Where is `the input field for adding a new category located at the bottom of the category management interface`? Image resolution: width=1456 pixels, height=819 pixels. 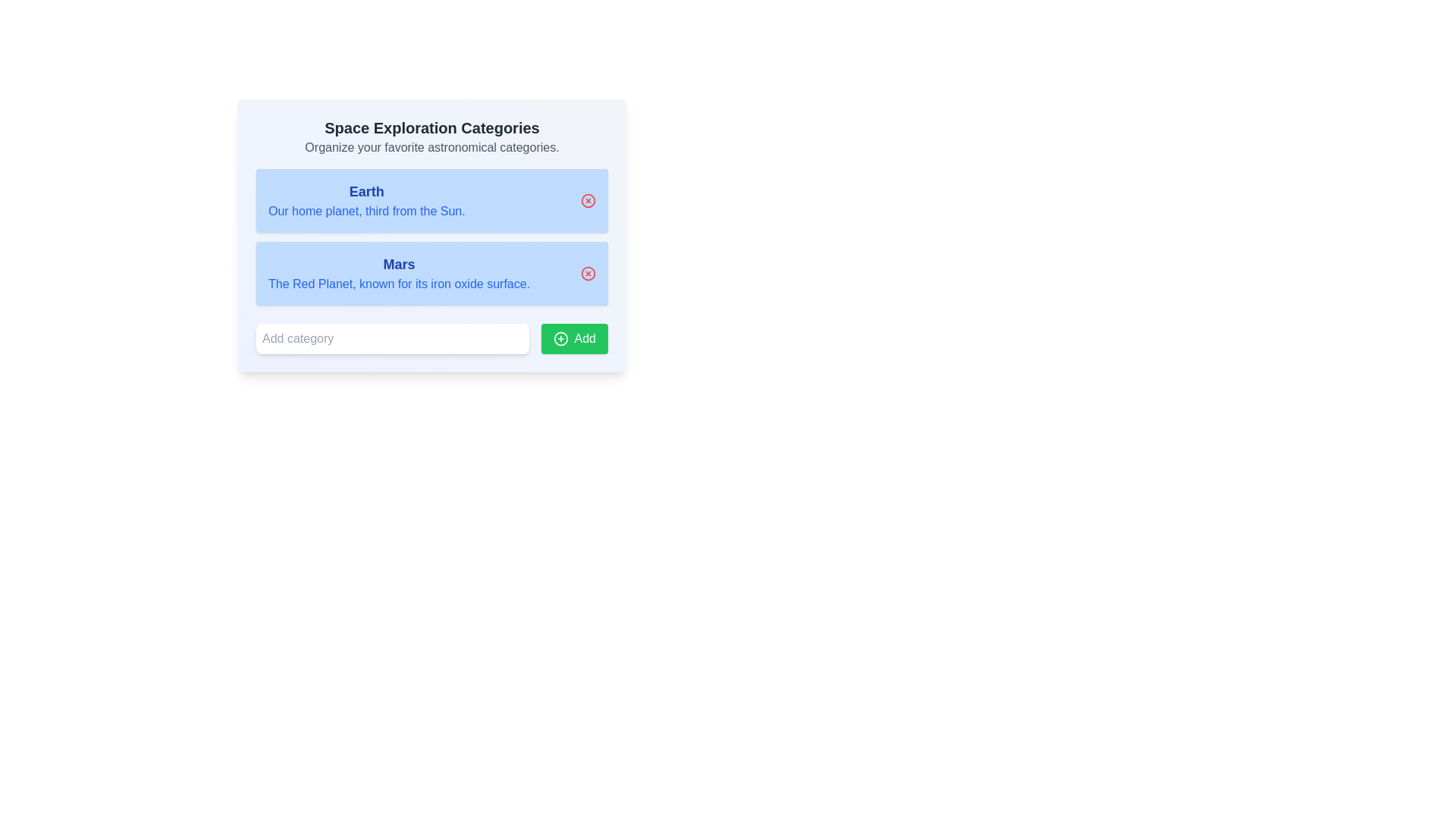 the input field for adding a new category located at the bottom of the category management interface is located at coordinates (431, 338).